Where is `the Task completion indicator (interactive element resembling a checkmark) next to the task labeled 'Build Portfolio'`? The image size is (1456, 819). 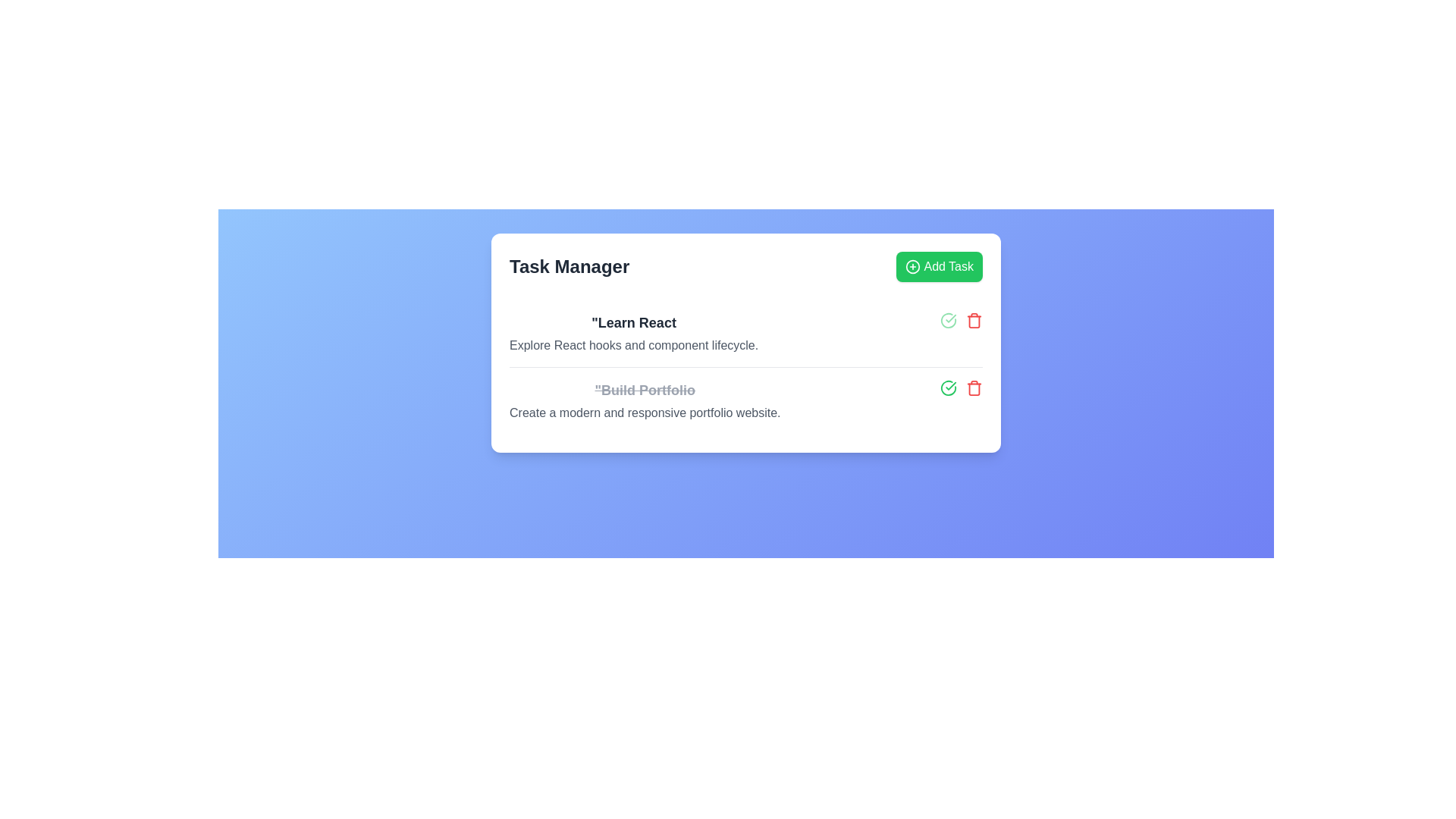 the Task completion indicator (interactive element resembling a checkmark) next to the task labeled 'Build Portfolio' is located at coordinates (950, 318).